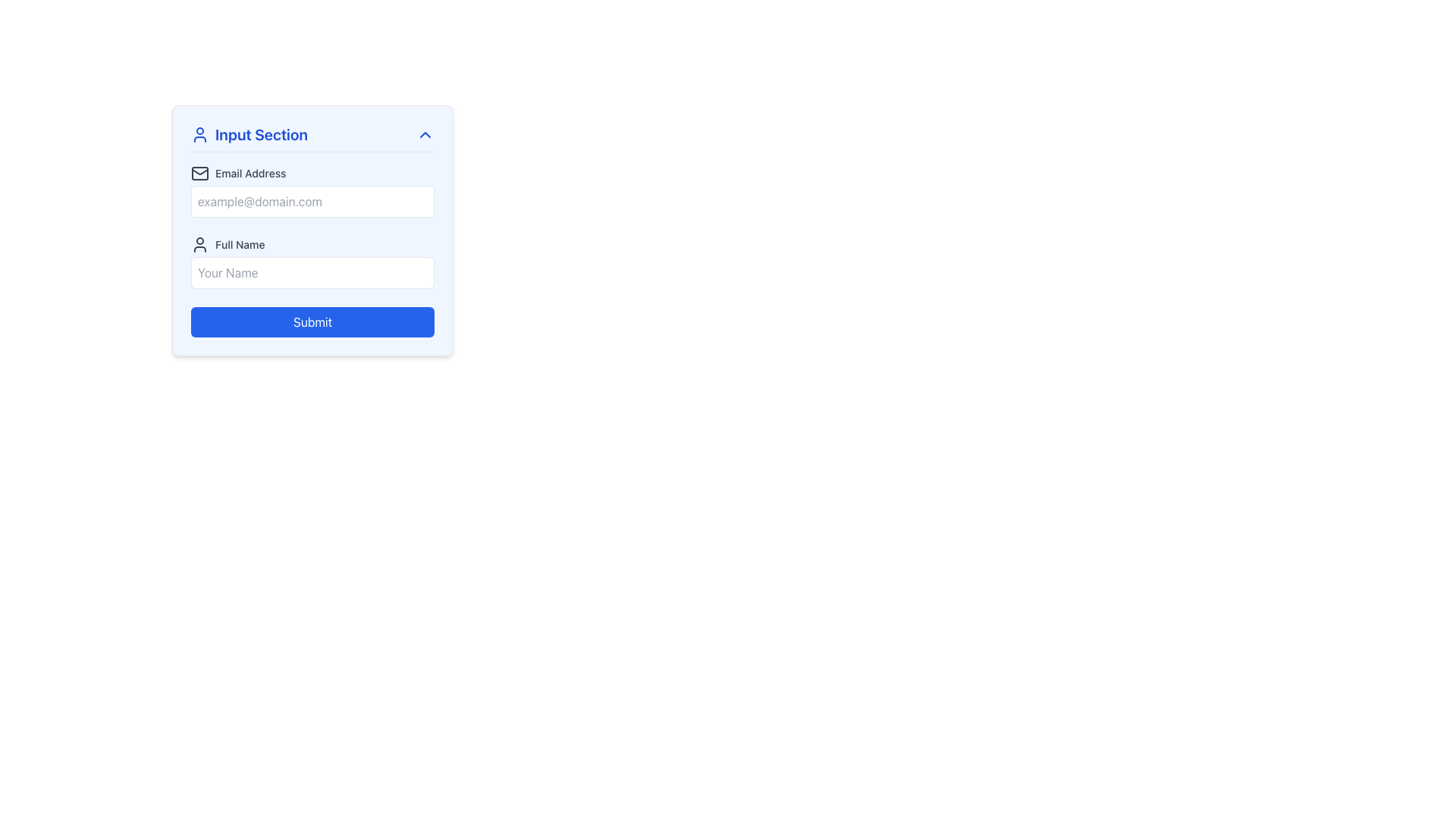 The width and height of the screenshot is (1456, 819). I want to click on the toggle icon located in the upper right corner of the 'Input Section' header, so click(425, 133).